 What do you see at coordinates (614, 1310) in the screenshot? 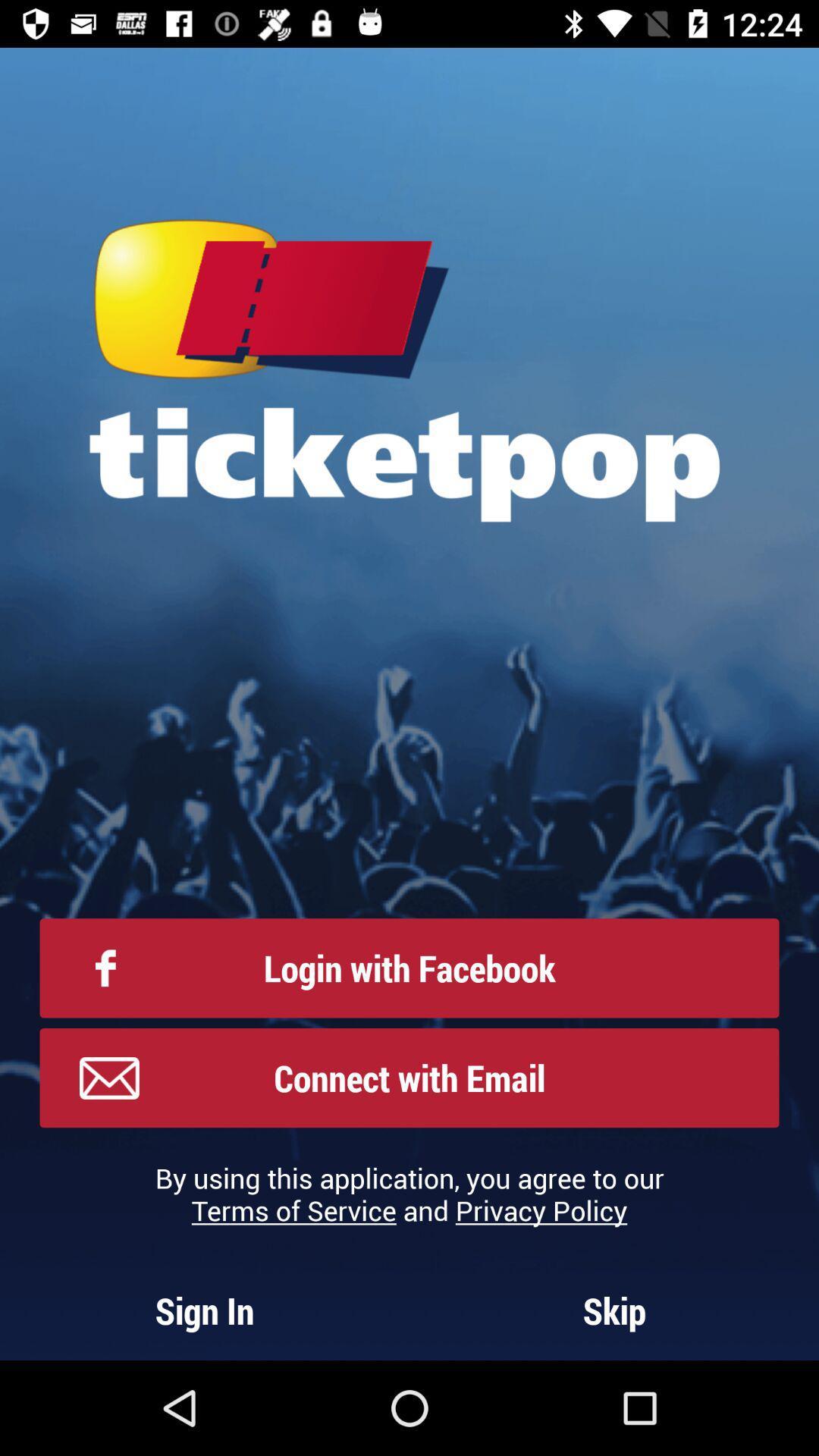
I see `the skip item` at bounding box center [614, 1310].